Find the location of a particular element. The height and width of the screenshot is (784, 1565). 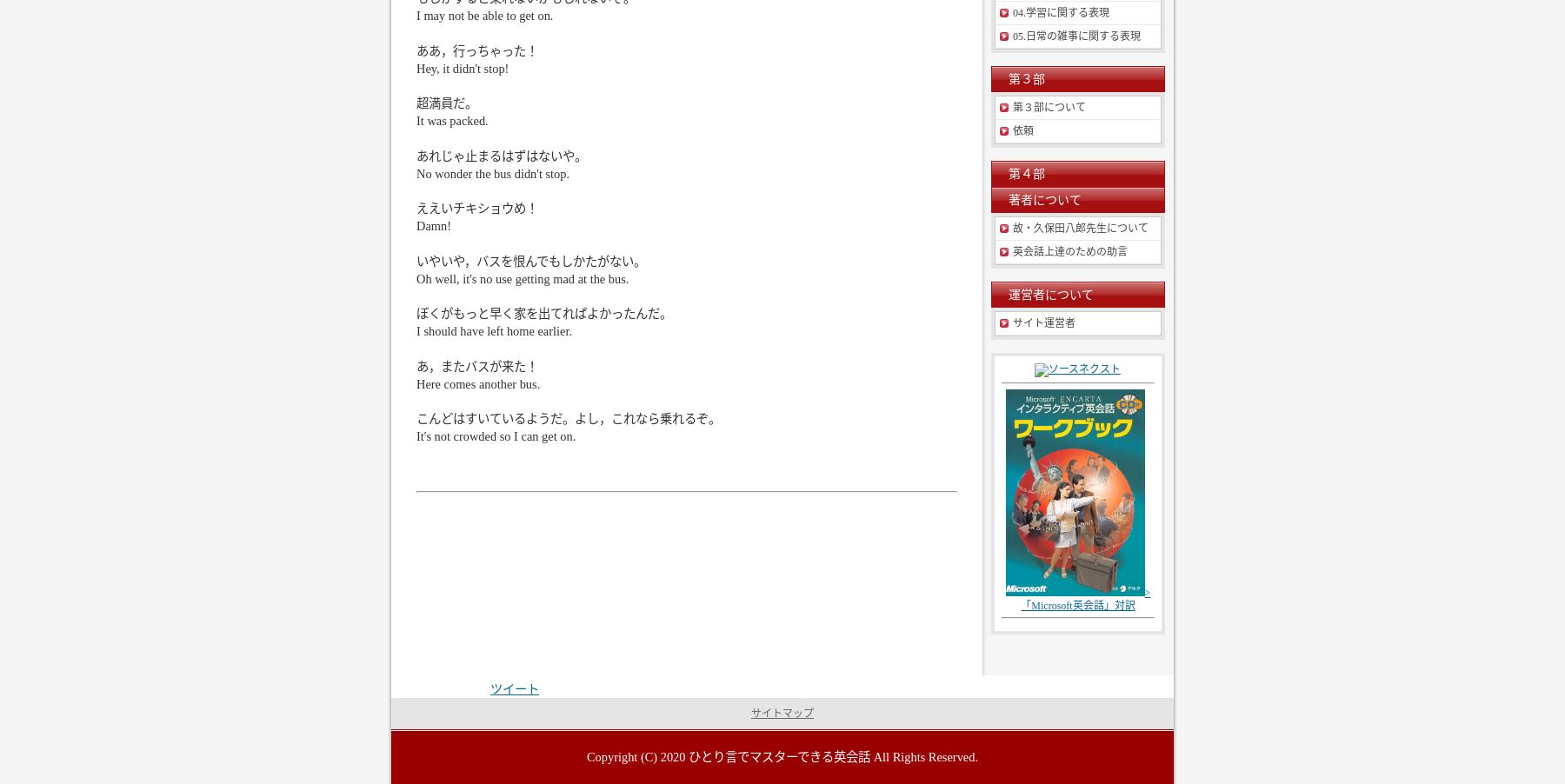

'I should have left home earlier.' is located at coordinates (494, 331).